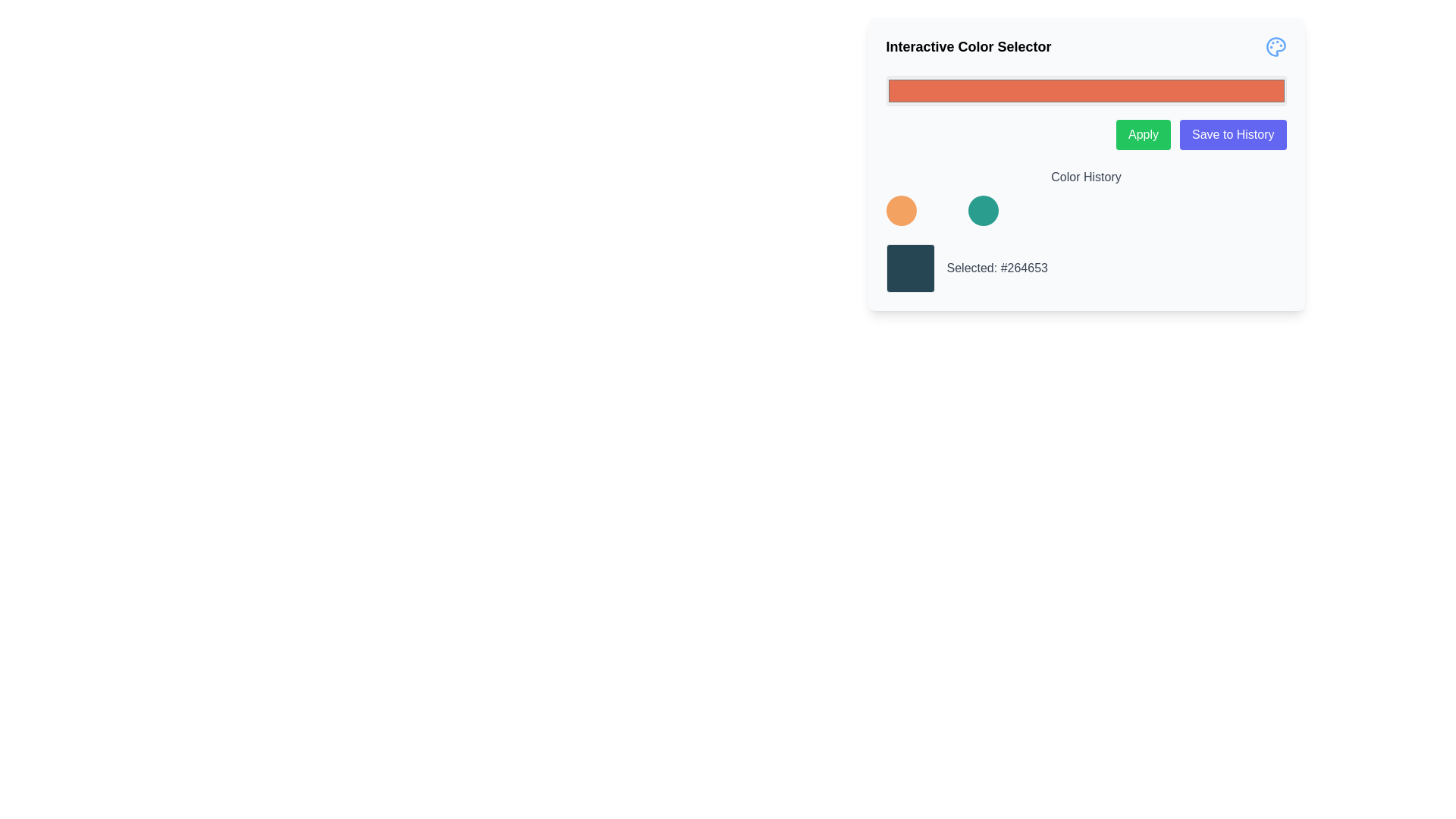 The height and width of the screenshot is (819, 1456). What do you see at coordinates (1085, 112) in the screenshot?
I see `the color input field located at the top of the 'Interactive Color Selector' interface` at bounding box center [1085, 112].